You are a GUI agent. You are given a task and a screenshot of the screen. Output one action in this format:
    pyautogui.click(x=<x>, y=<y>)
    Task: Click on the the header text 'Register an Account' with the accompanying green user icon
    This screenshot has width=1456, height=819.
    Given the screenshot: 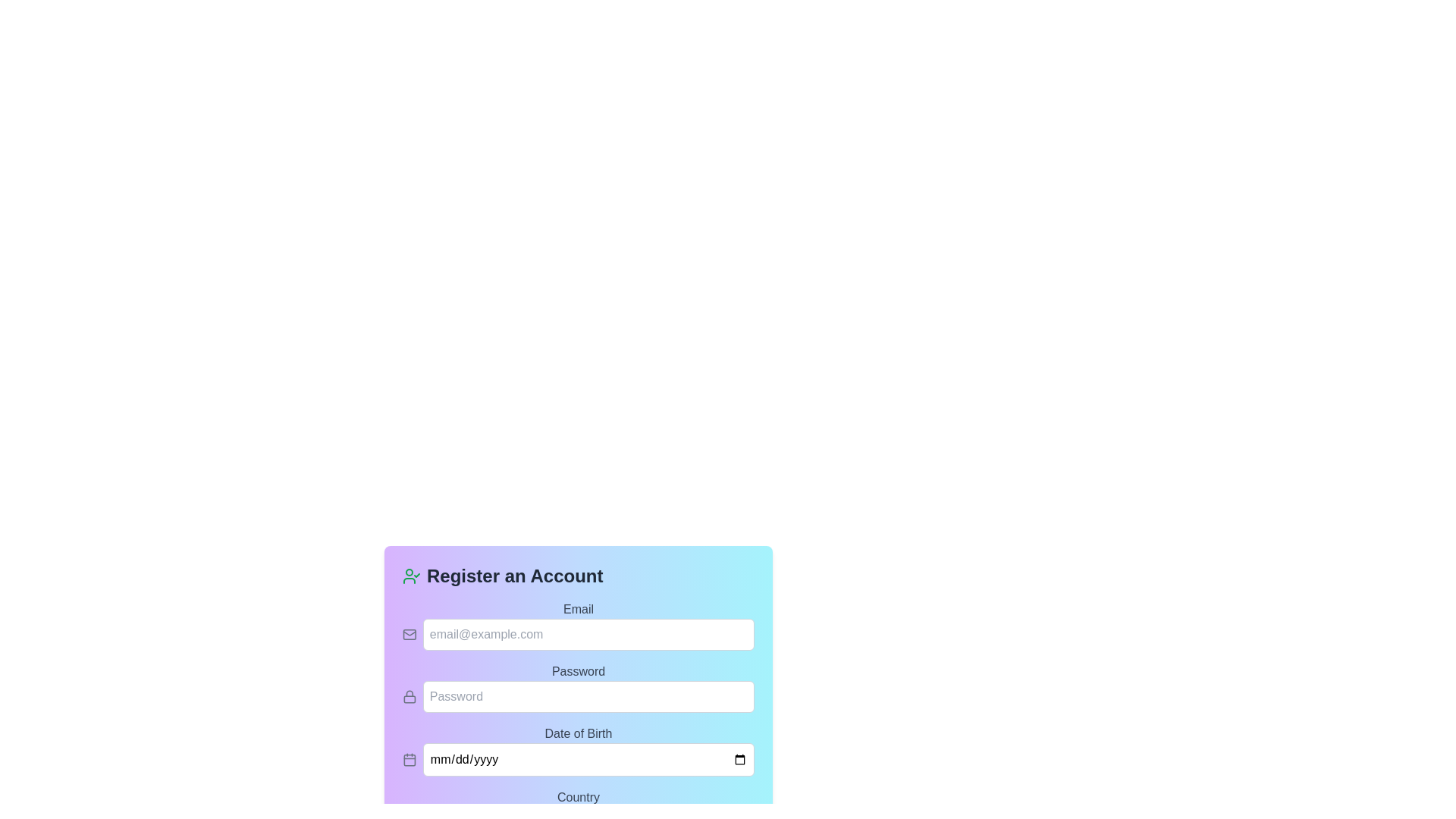 What is the action you would take?
    pyautogui.click(x=578, y=576)
    